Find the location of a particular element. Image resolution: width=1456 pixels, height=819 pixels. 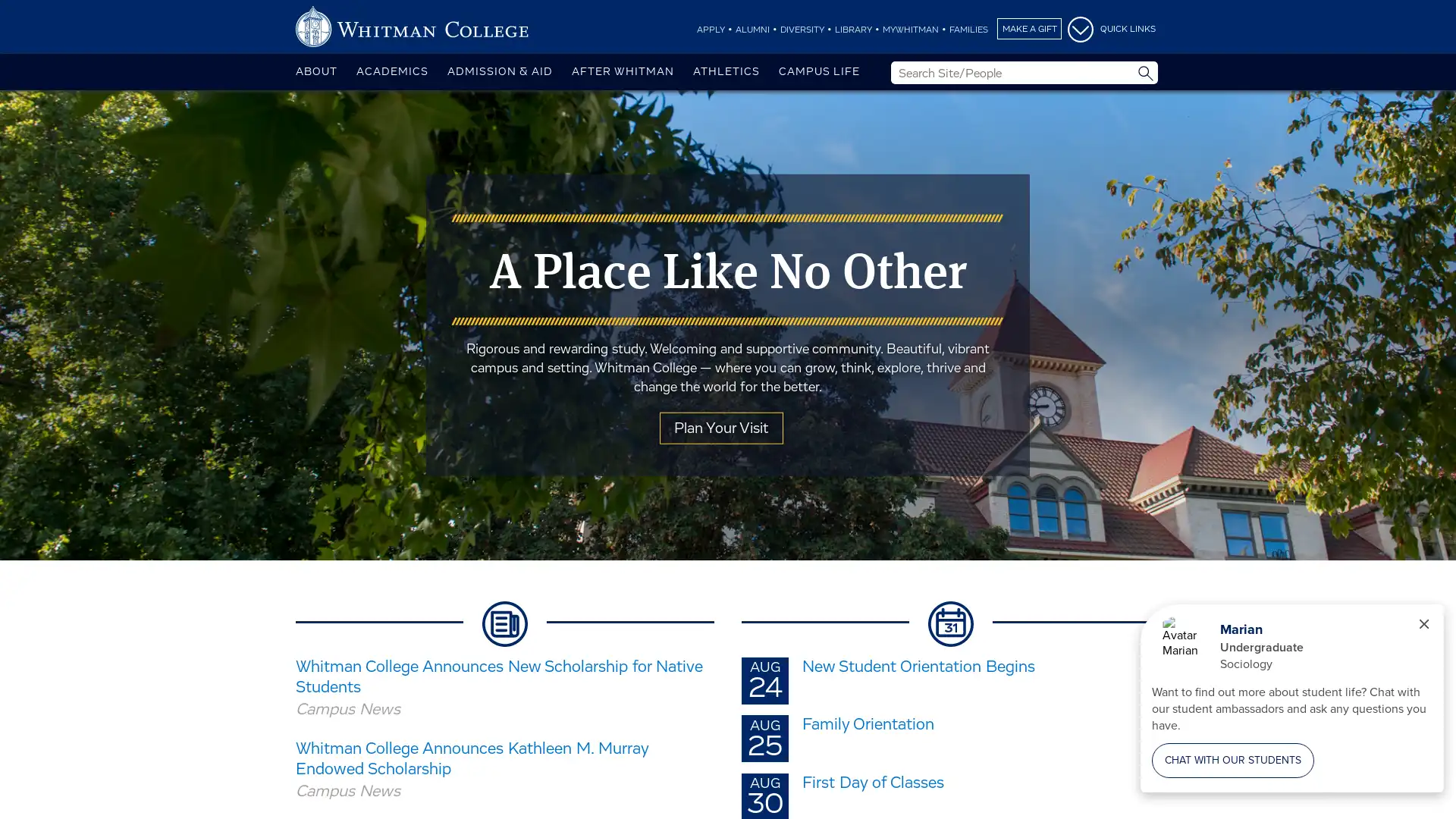

Submit Search is located at coordinates (1146, 72).